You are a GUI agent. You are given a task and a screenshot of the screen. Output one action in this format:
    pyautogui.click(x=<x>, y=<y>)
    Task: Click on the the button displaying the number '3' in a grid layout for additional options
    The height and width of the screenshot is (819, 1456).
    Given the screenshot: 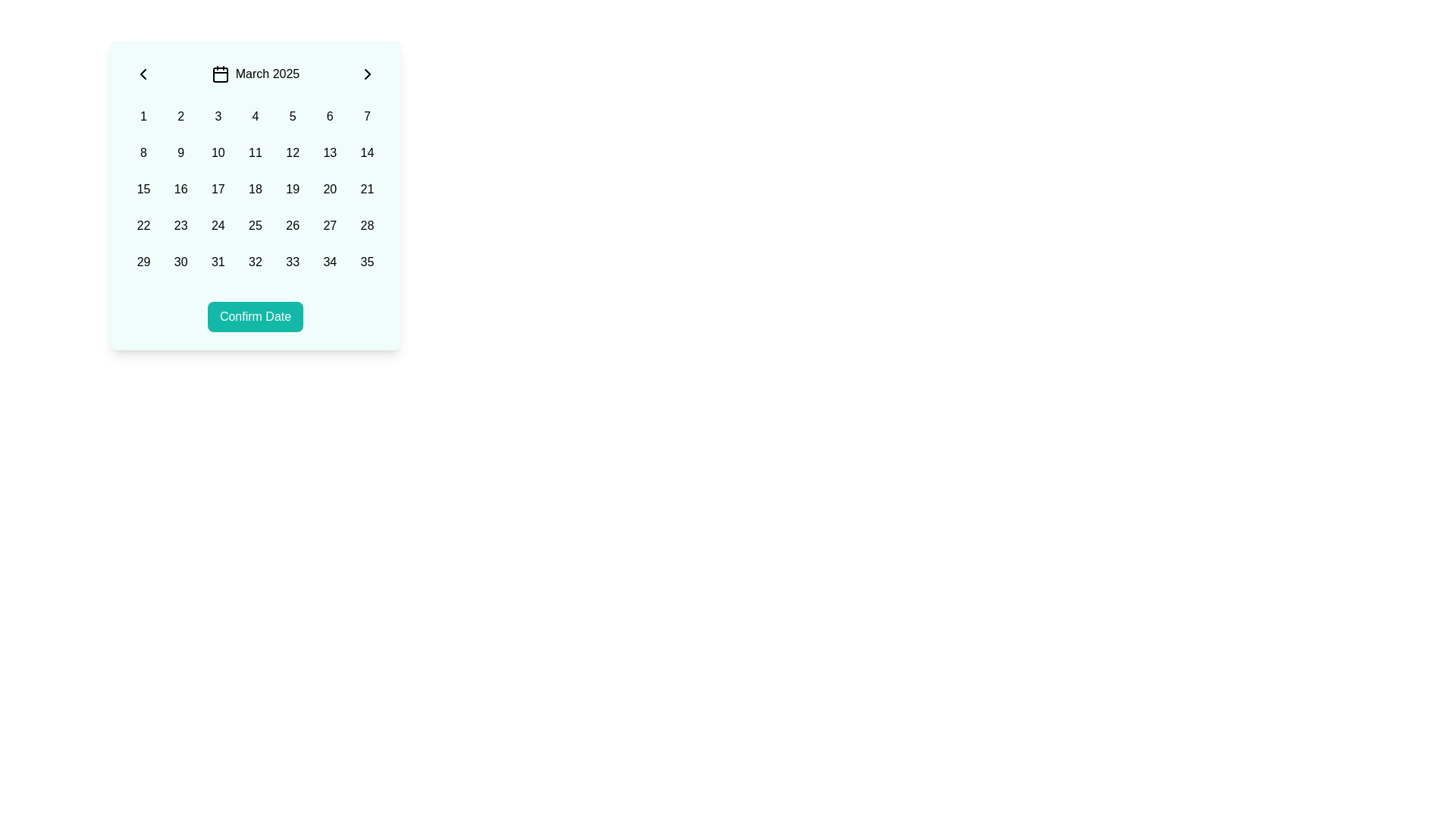 What is the action you would take?
    pyautogui.click(x=217, y=116)
    